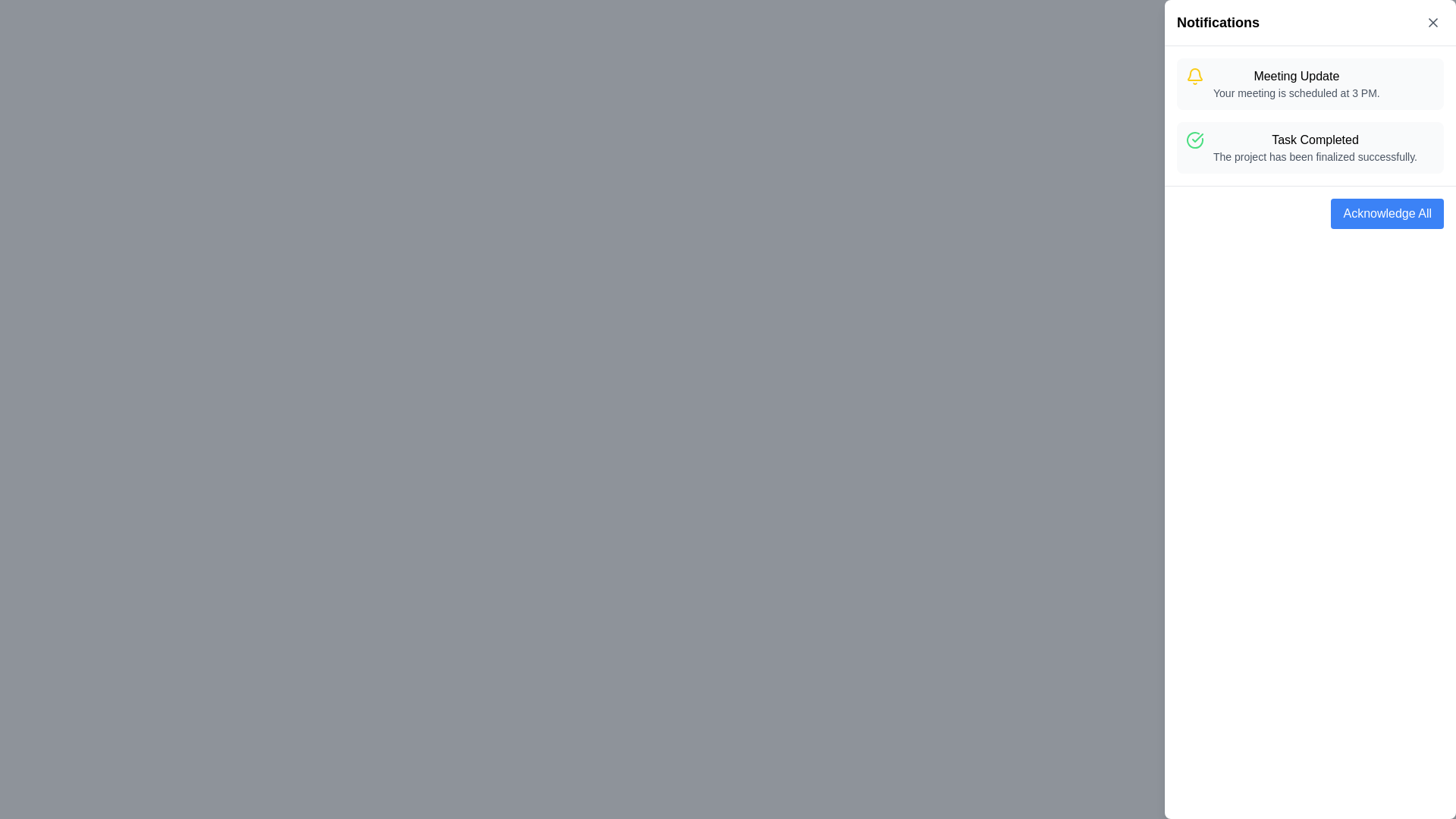 The height and width of the screenshot is (819, 1456). What do you see at coordinates (1194, 140) in the screenshot?
I see `the green checkmark icon with a circular border located to the left of the 'Task Completed' text in the 'Notifications' sidebar` at bounding box center [1194, 140].